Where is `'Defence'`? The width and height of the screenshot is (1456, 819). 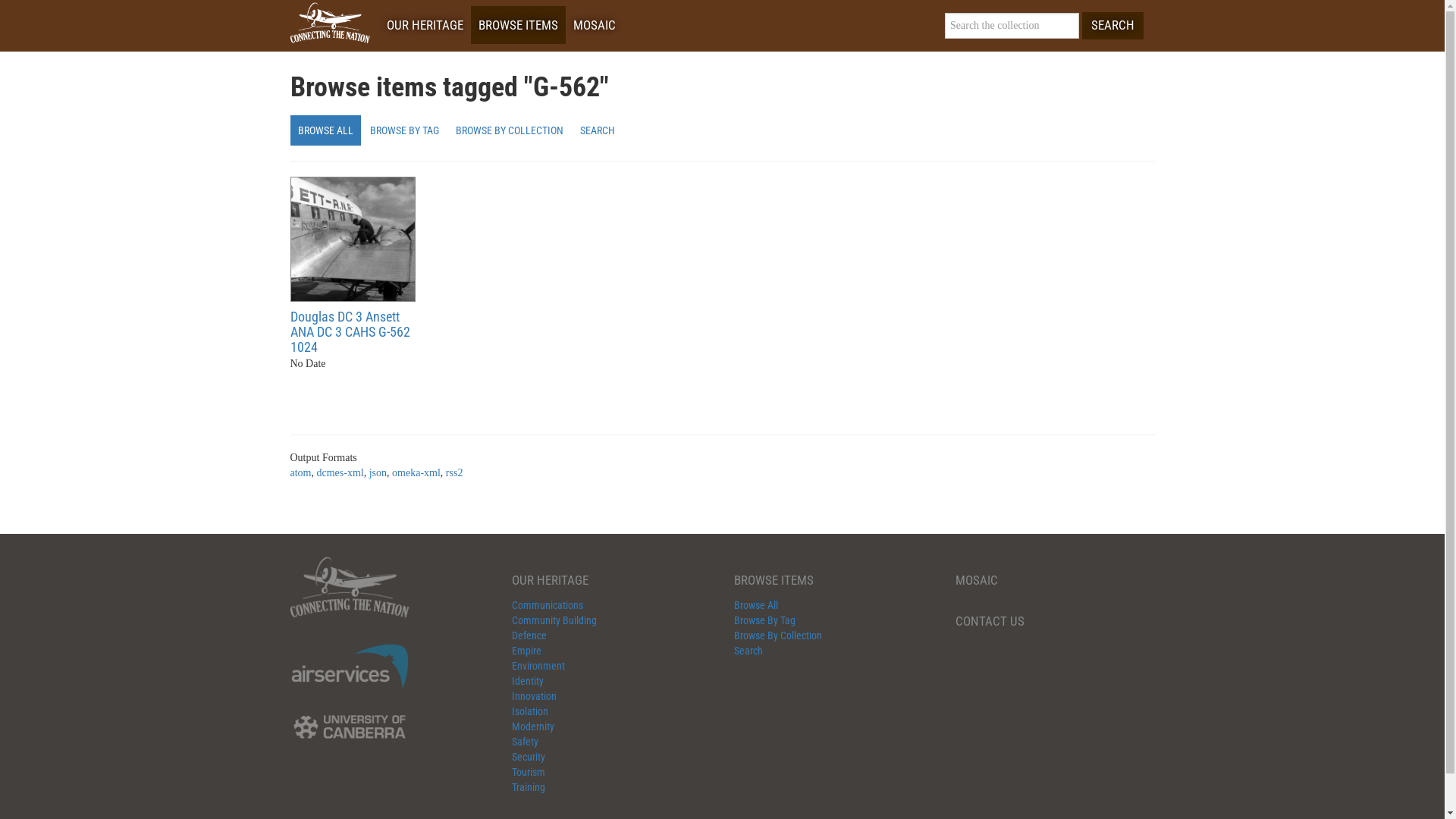 'Defence' is located at coordinates (529, 635).